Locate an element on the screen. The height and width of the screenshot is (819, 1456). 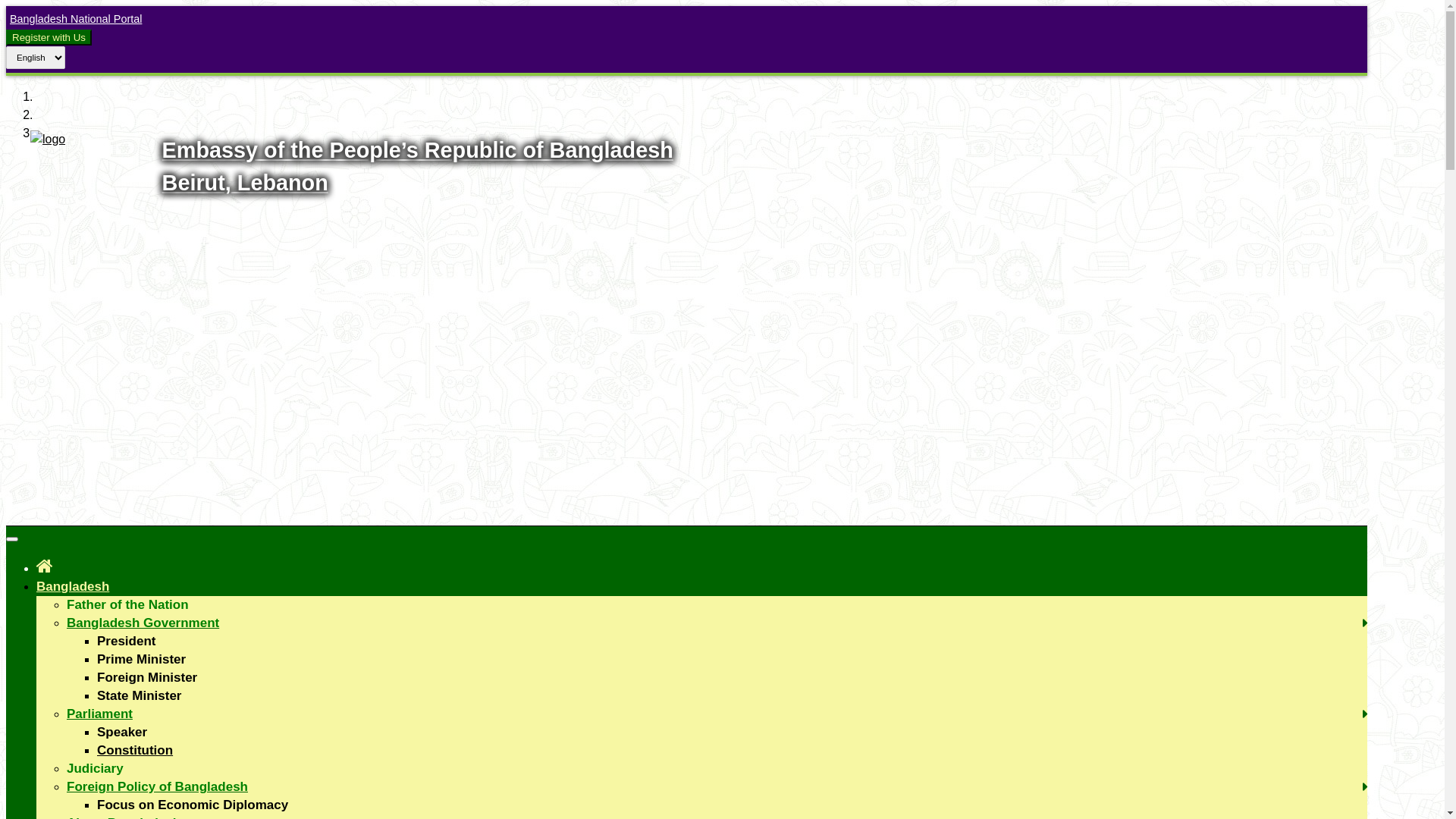
'Bangladesh Government' is located at coordinates (143, 623).